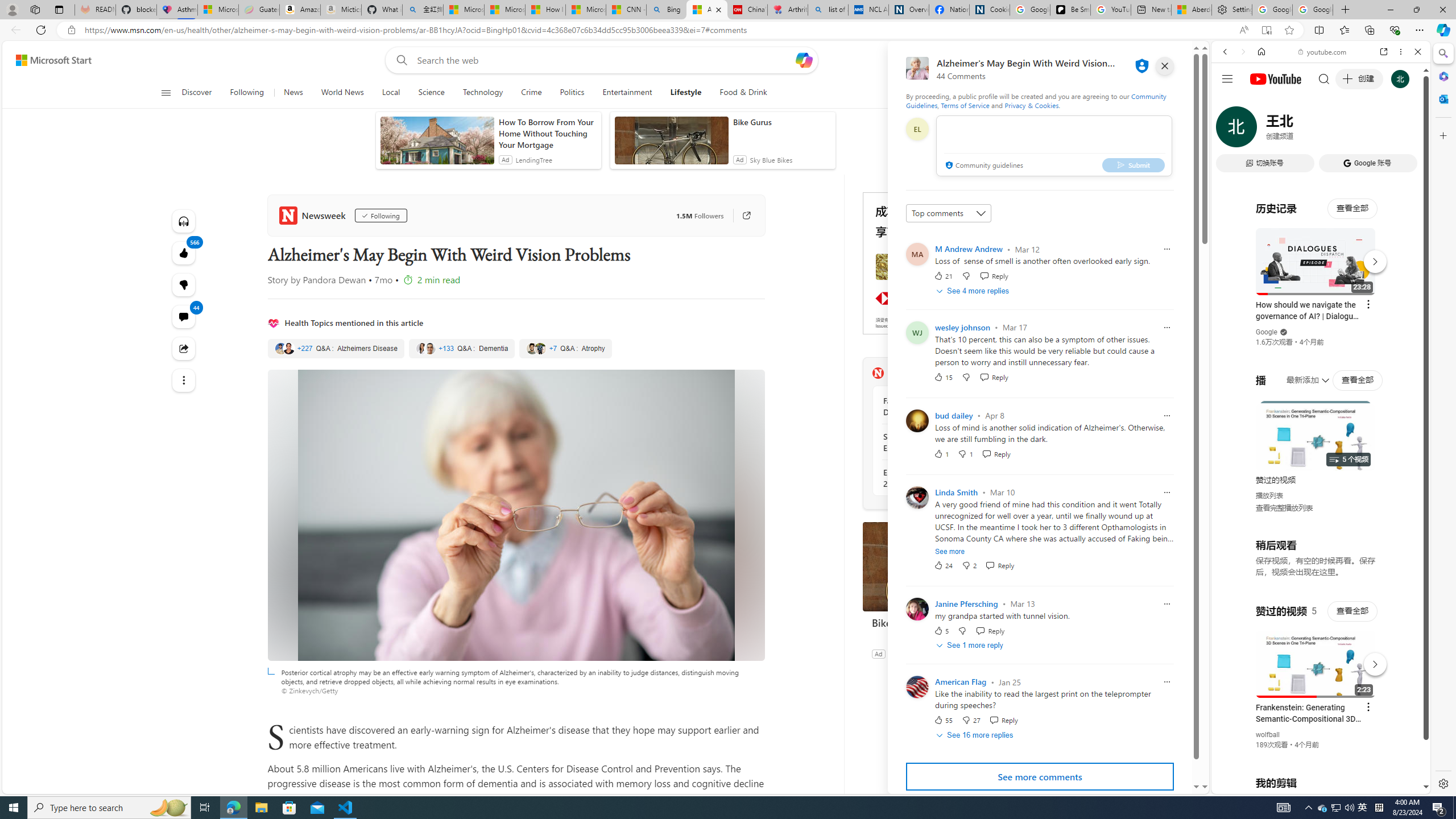 This screenshot has height=819, width=1456. What do you see at coordinates (988, 9) in the screenshot?
I see `'Cookies'` at bounding box center [988, 9].